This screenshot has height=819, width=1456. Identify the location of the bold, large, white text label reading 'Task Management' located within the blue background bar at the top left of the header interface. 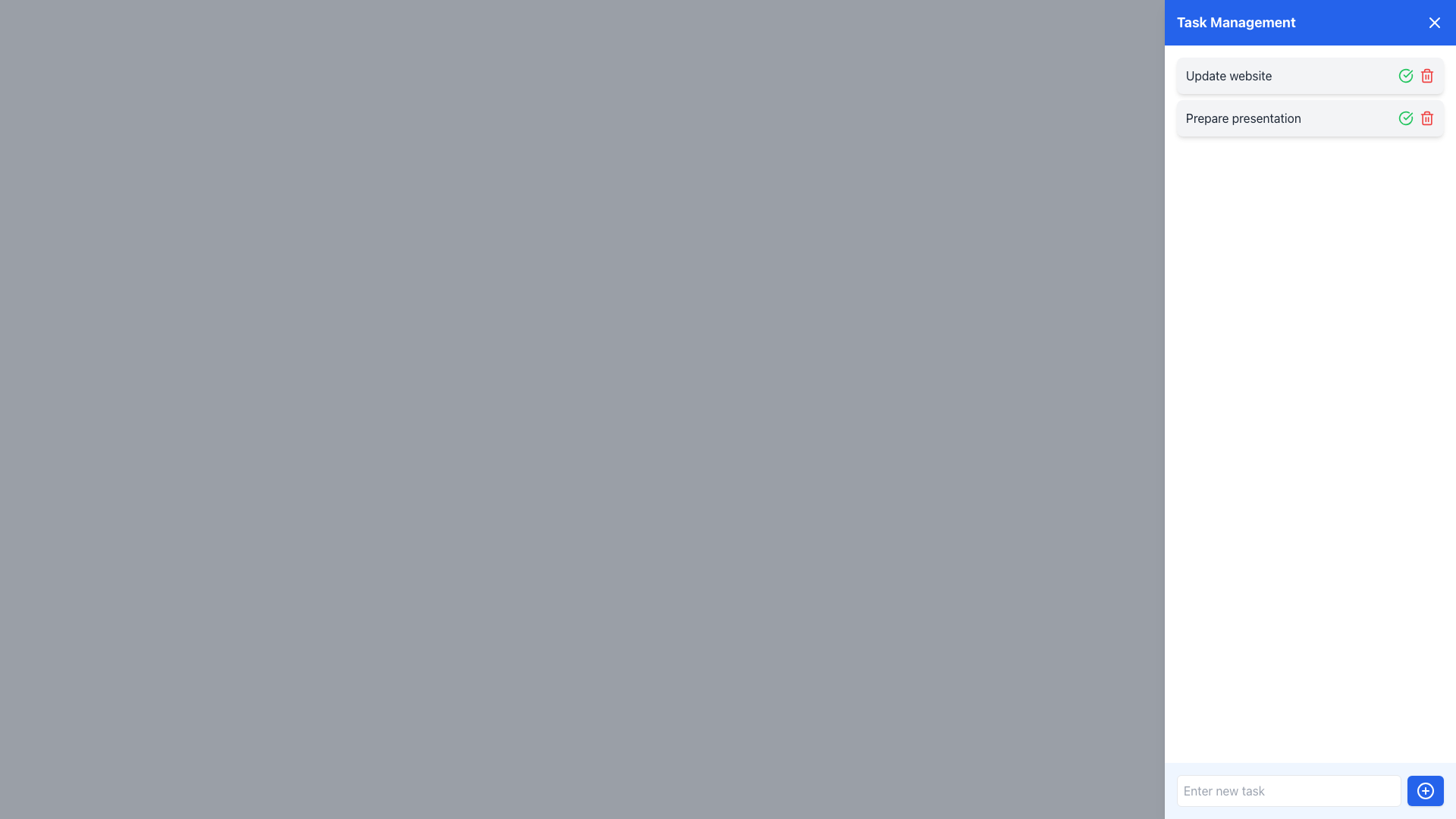
(1236, 23).